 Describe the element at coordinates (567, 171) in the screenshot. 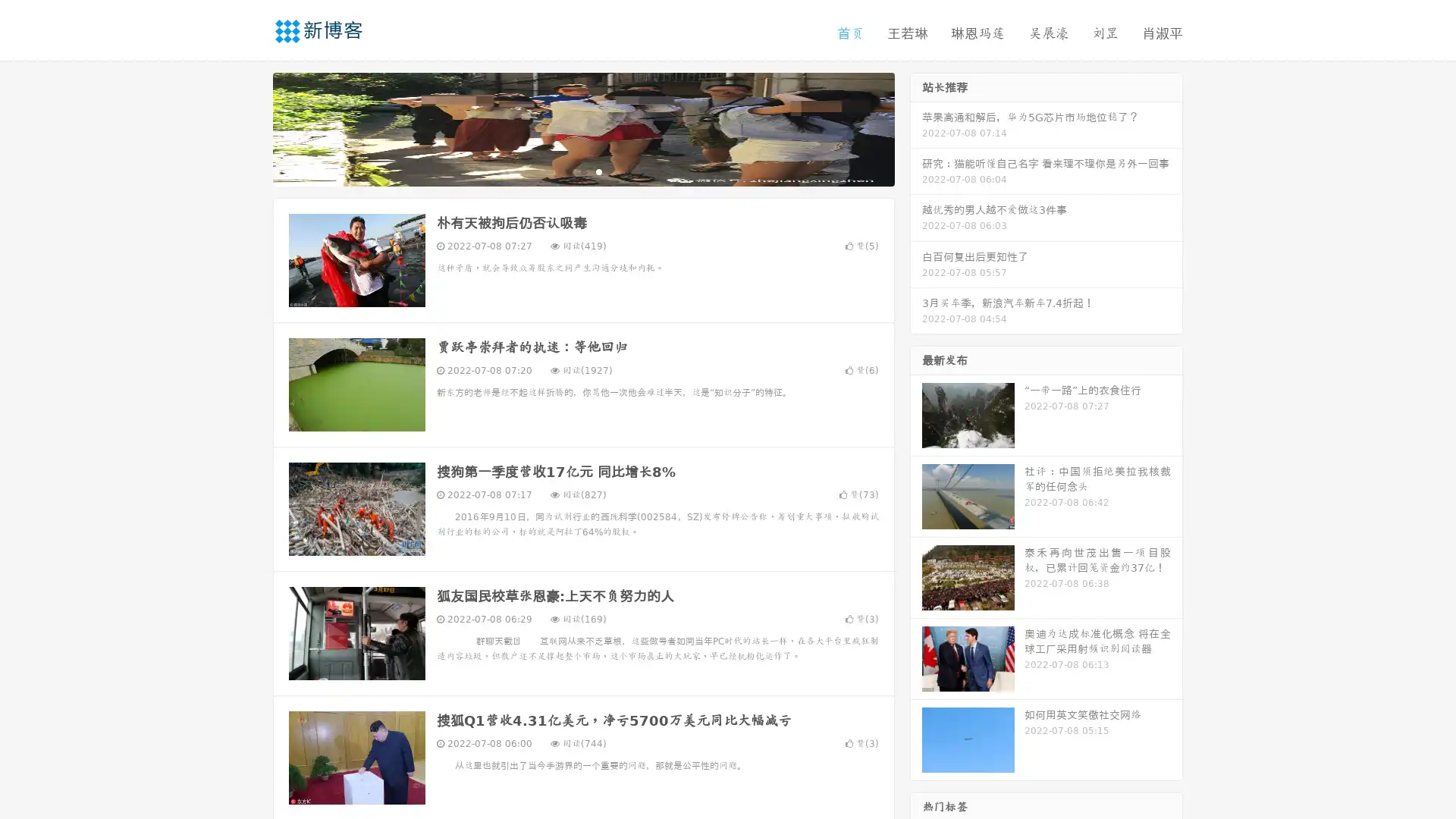

I see `Go to slide 1` at that location.